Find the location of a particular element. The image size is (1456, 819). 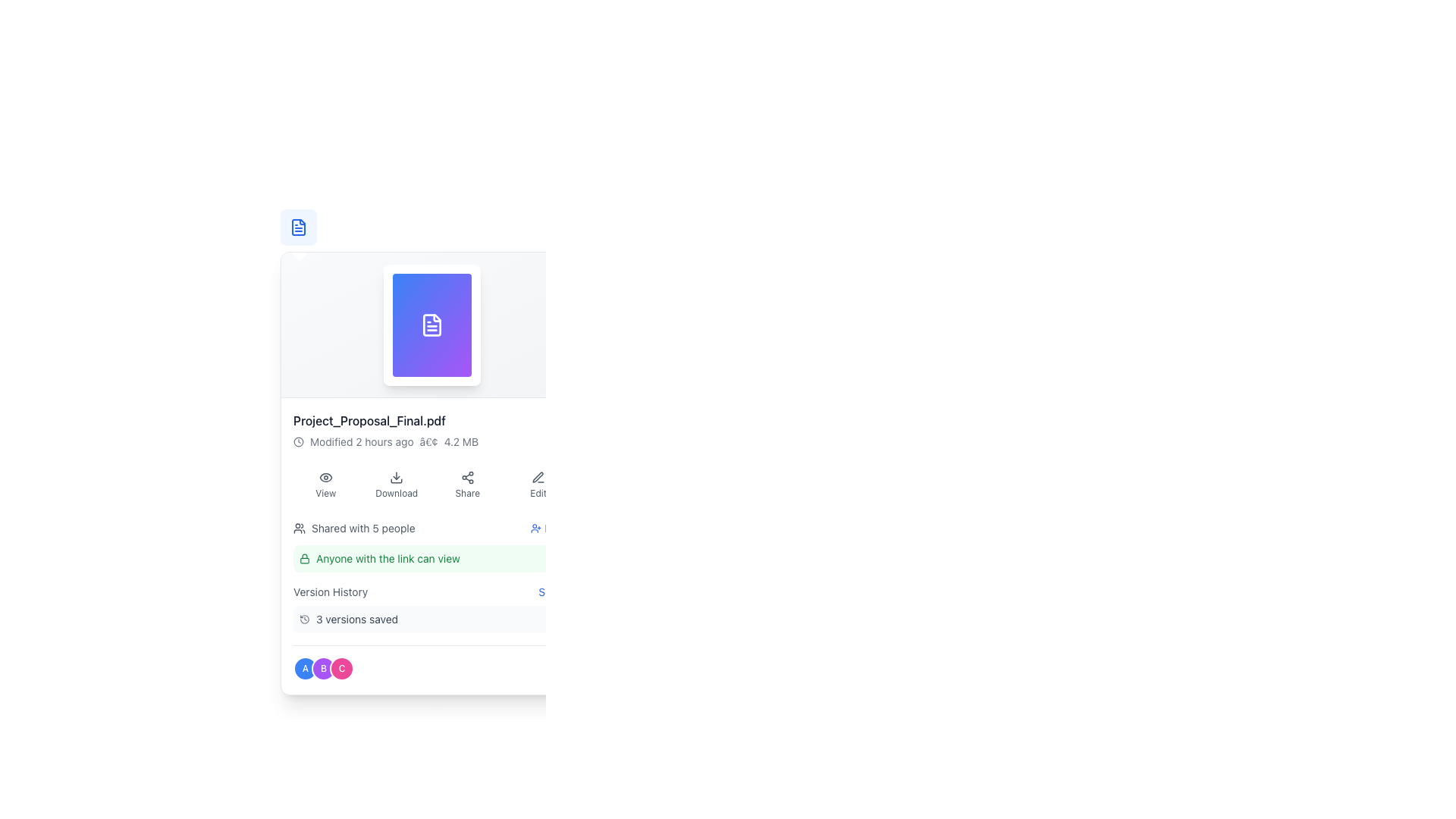

the text label displaying the word 'View', which is styled with a small font size and gray color, located underneath an eye icon in the vertical group is located at coordinates (325, 494).